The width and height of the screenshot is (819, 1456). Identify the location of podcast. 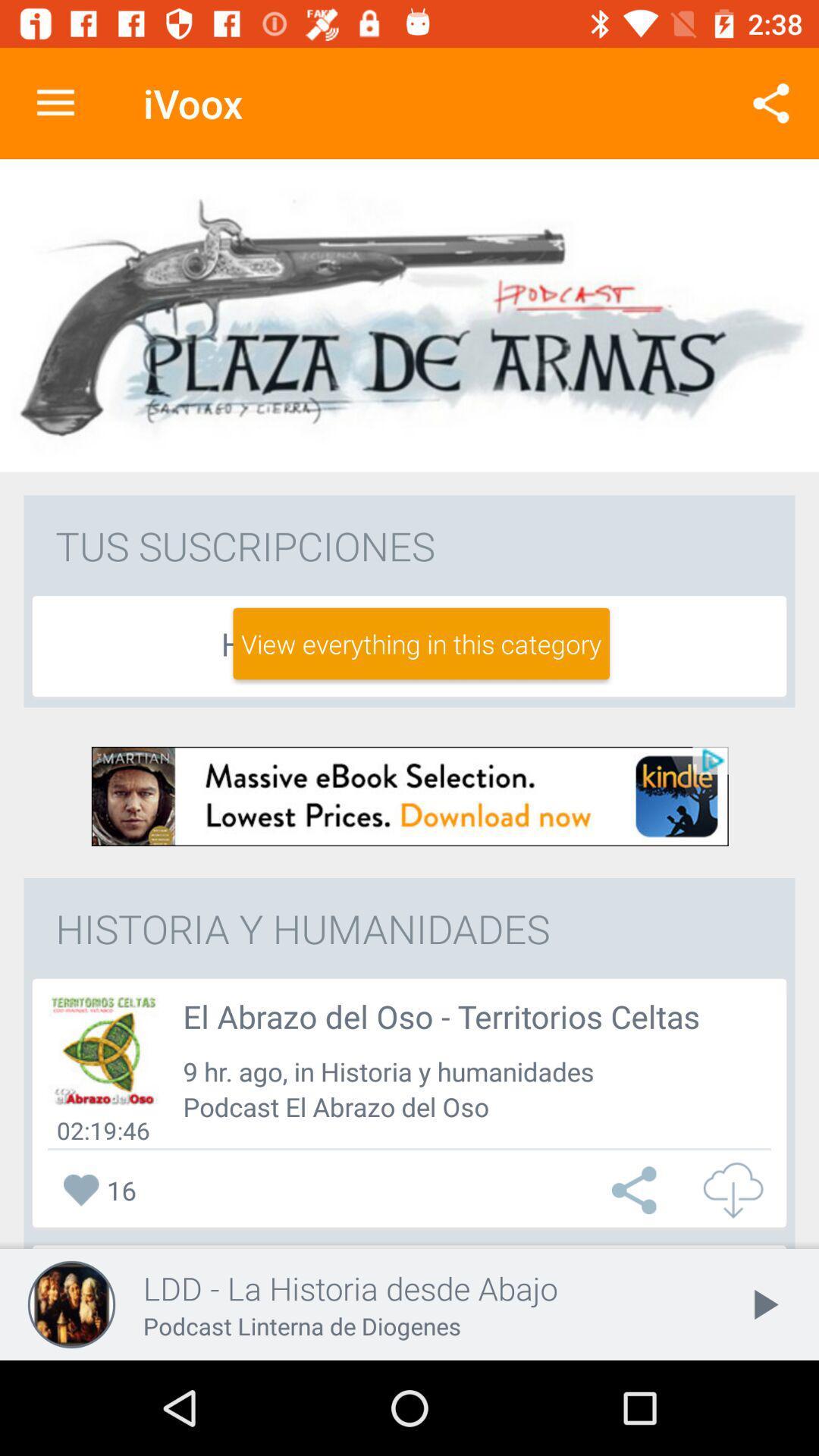
(102, 1050).